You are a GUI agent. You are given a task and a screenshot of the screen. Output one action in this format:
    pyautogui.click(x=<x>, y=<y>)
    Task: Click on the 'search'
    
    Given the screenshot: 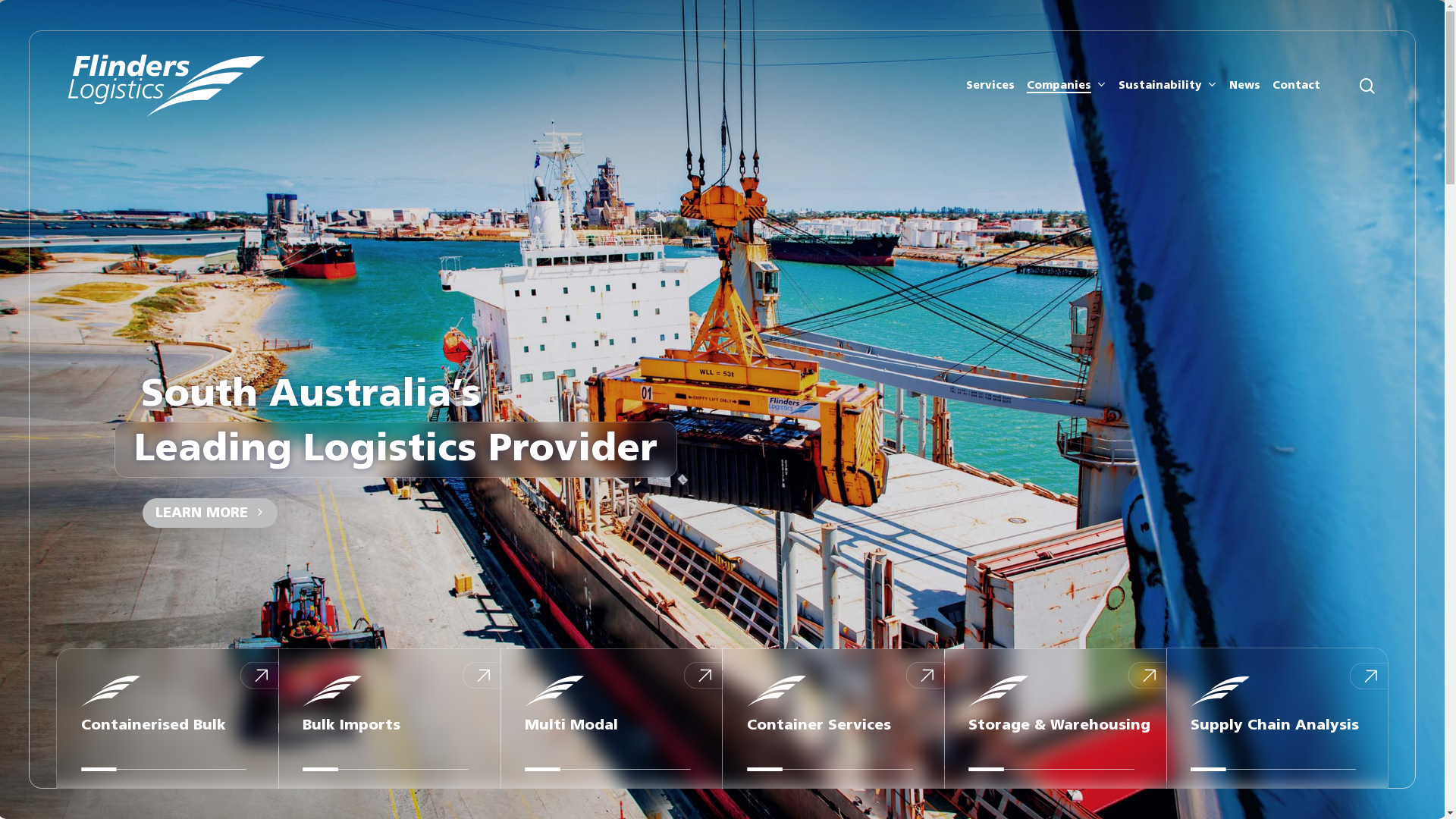 What is the action you would take?
    pyautogui.click(x=1357, y=85)
    